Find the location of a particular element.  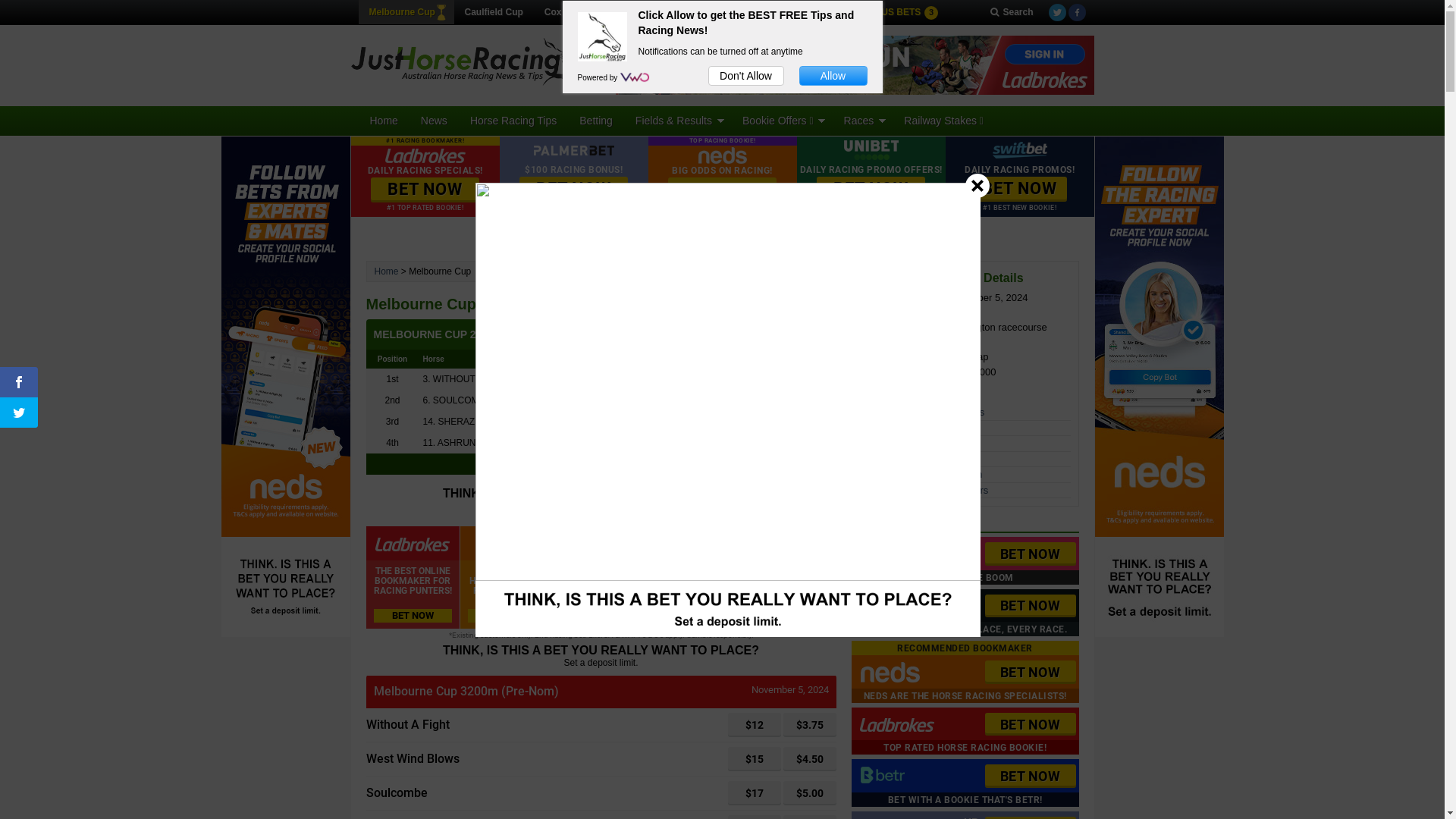

'BET NOW is located at coordinates (964, 560).